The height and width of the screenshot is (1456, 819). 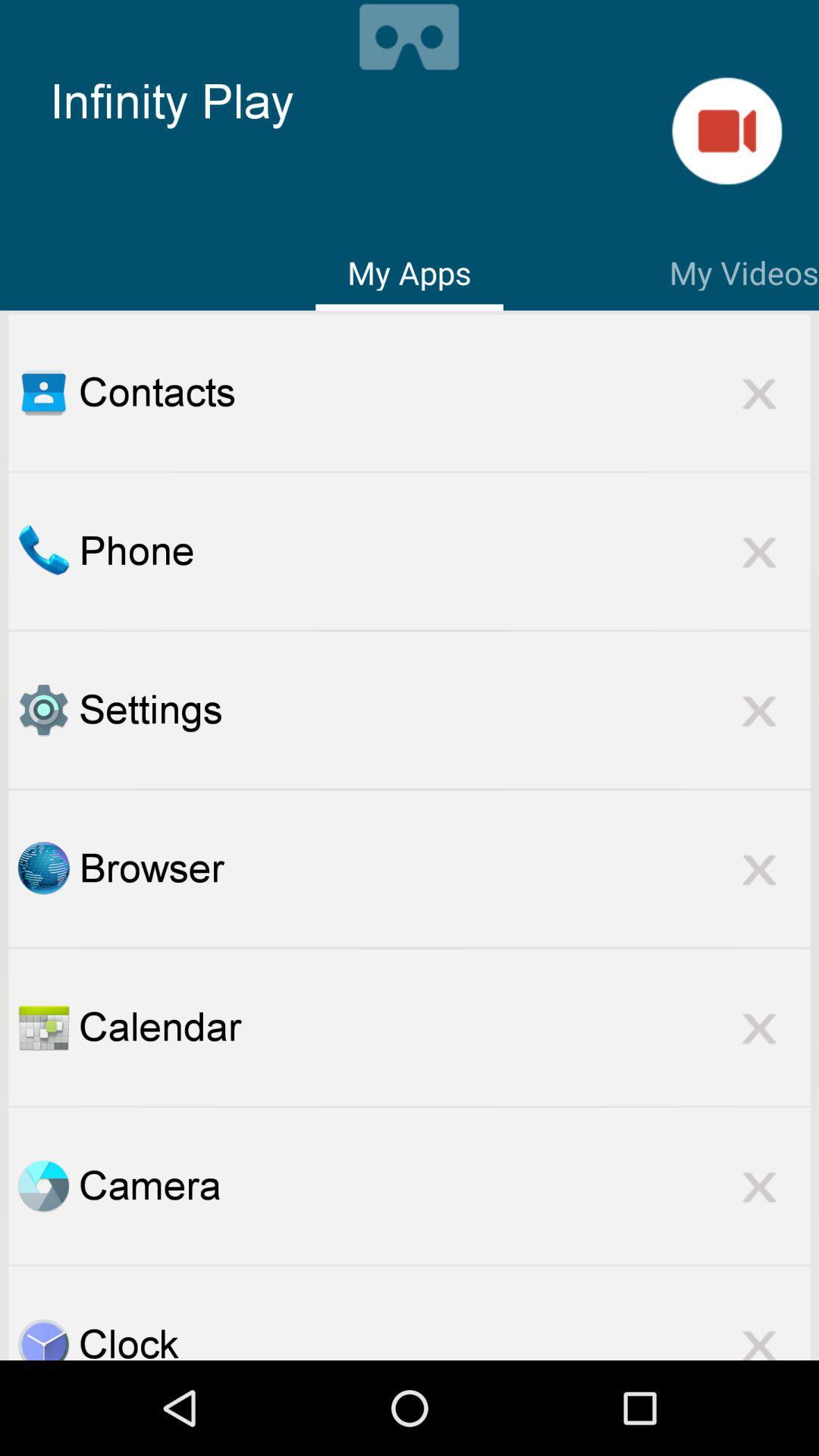 I want to click on go do phone, so click(x=42, y=550).